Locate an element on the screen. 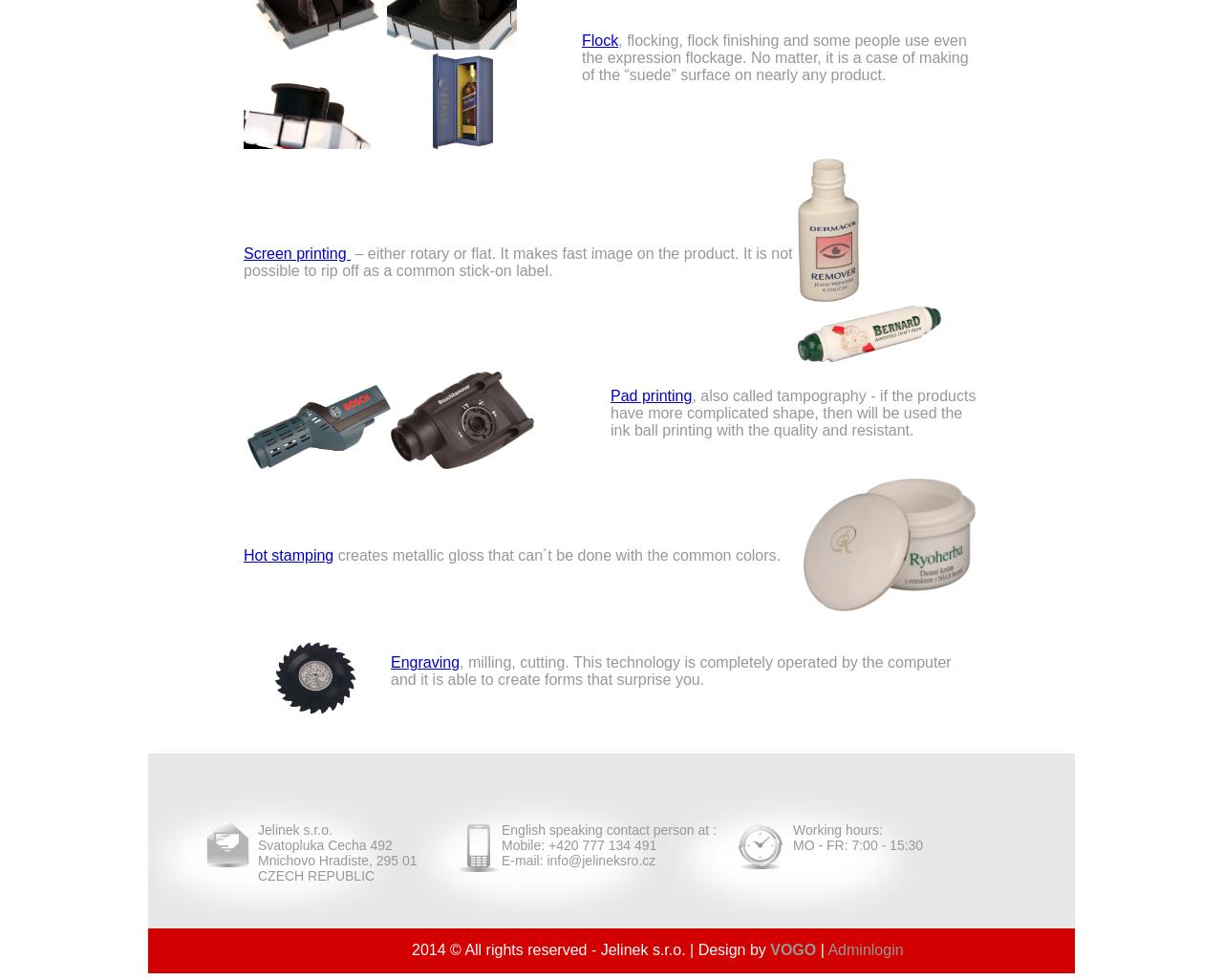  'Flock' is located at coordinates (598, 39).